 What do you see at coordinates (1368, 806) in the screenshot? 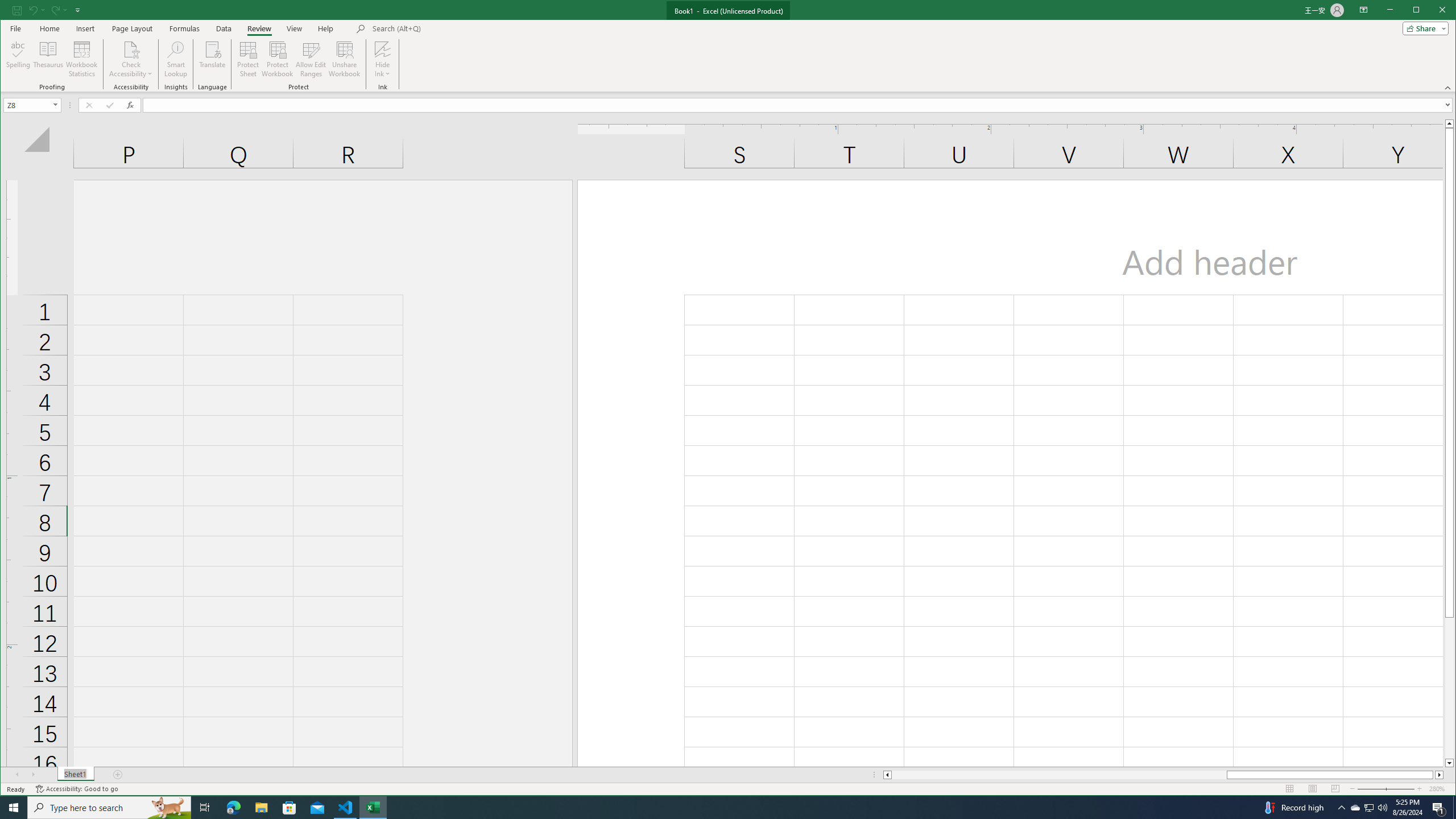
I see `'User Promoted Notification Area'` at bounding box center [1368, 806].